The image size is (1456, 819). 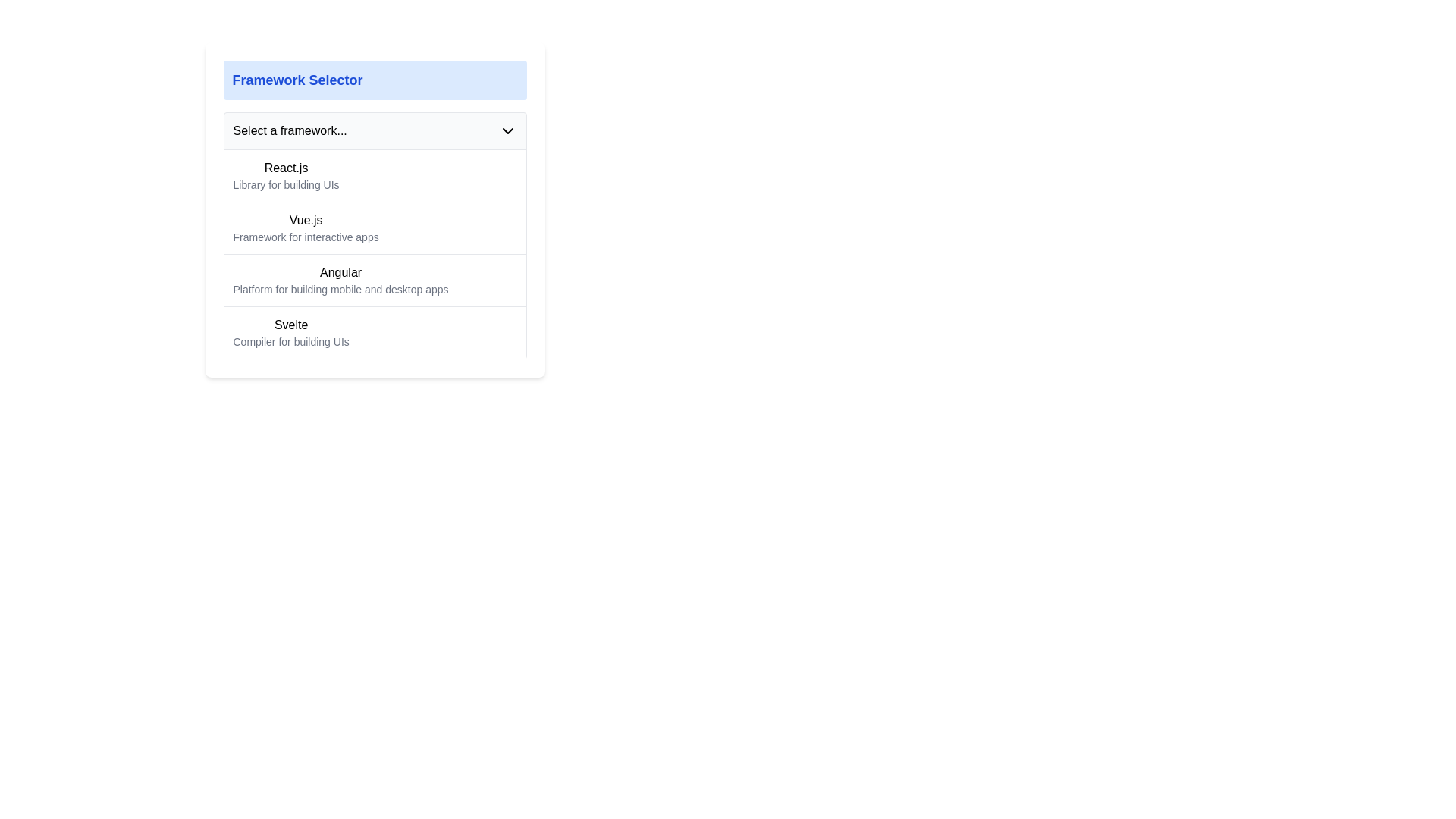 What do you see at coordinates (375, 227) in the screenshot?
I see `the 'Vue.js' option in the Dropdown menu titled 'Framework Selector'` at bounding box center [375, 227].